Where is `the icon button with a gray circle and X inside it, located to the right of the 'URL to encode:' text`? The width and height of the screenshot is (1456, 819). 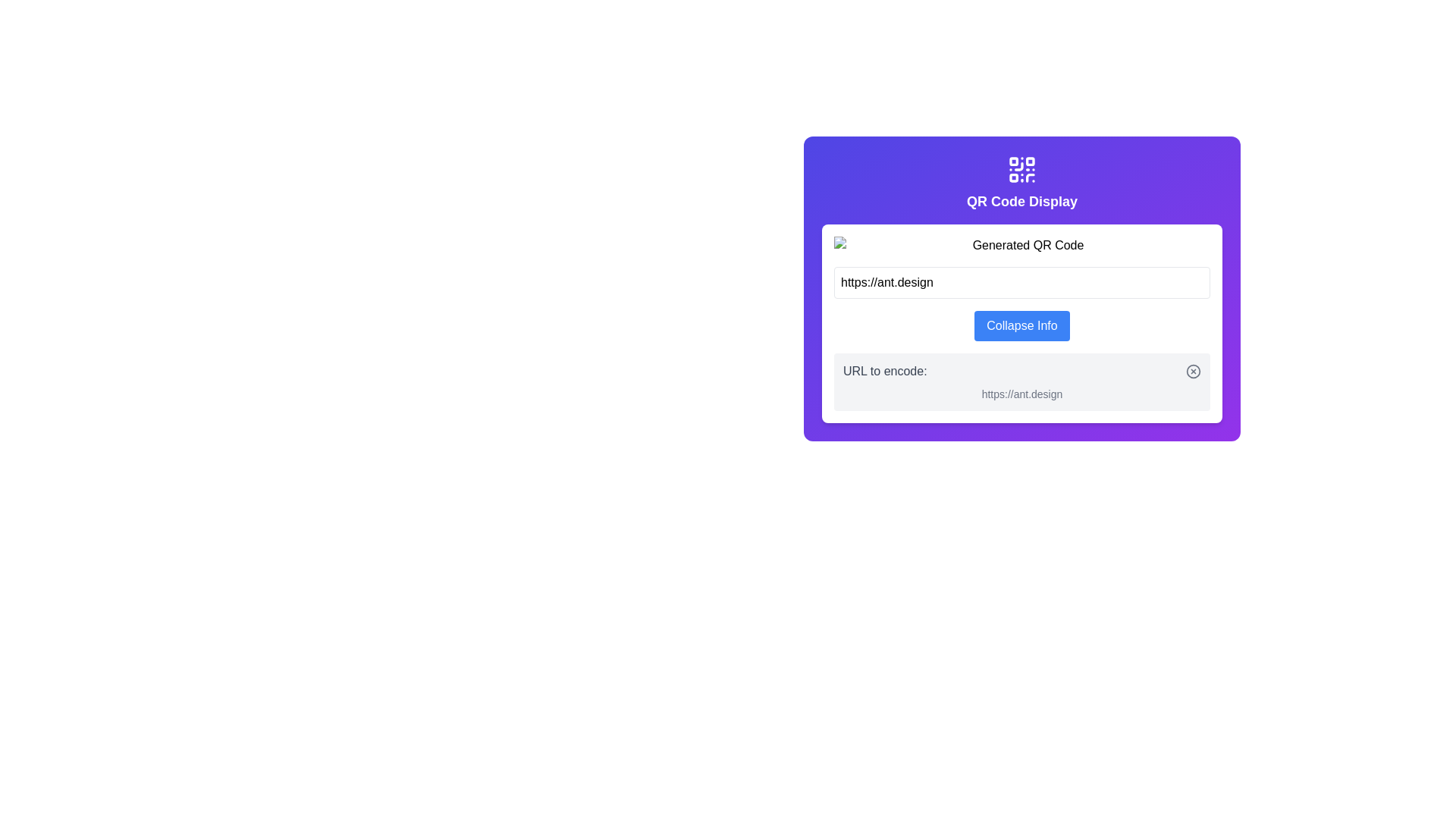 the icon button with a gray circle and X inside it, located to the right of the 'URL to encode:' text is located at coordinates (1193, 371).